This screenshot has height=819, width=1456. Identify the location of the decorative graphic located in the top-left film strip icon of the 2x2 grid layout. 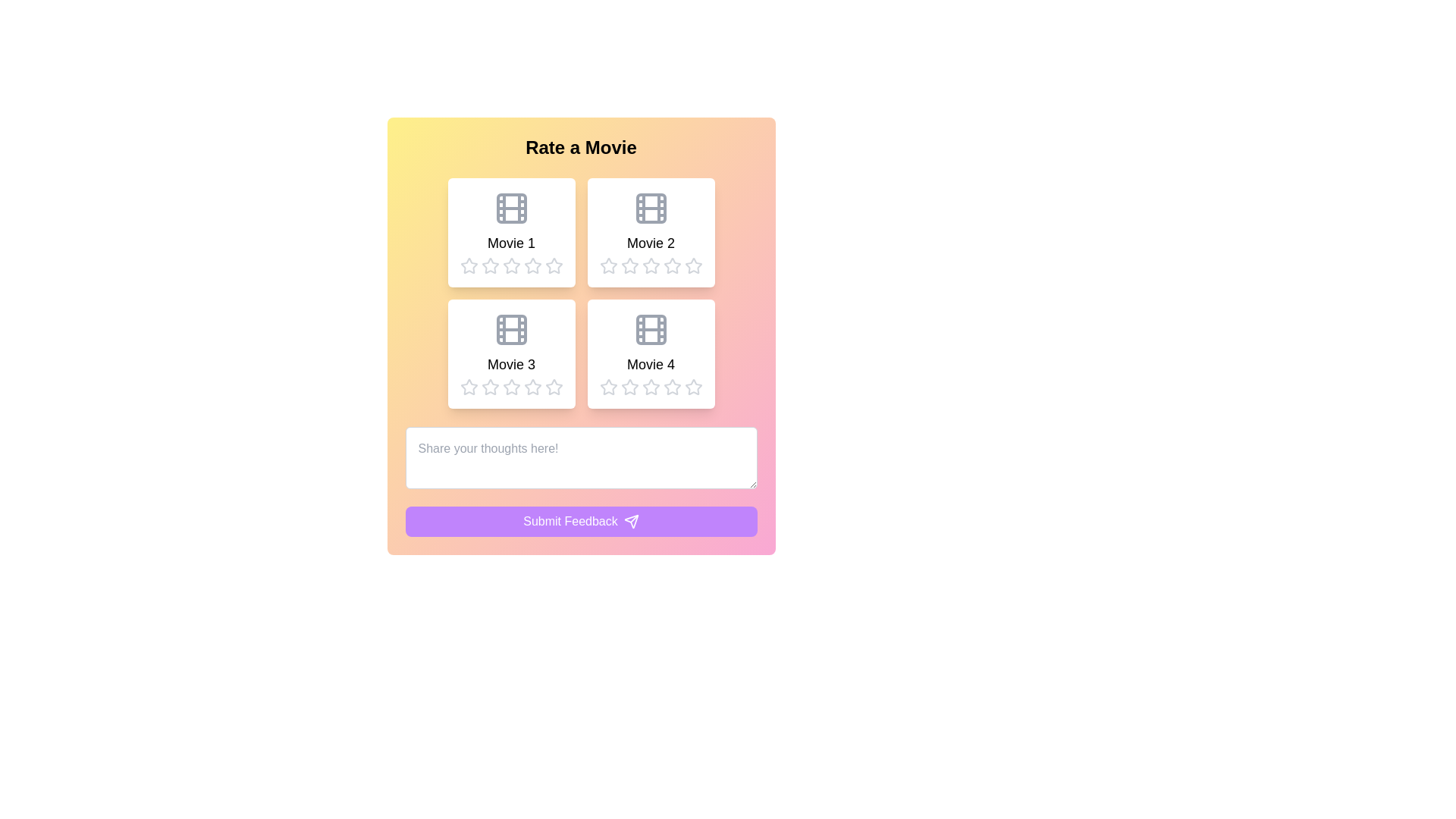
(511, 208).